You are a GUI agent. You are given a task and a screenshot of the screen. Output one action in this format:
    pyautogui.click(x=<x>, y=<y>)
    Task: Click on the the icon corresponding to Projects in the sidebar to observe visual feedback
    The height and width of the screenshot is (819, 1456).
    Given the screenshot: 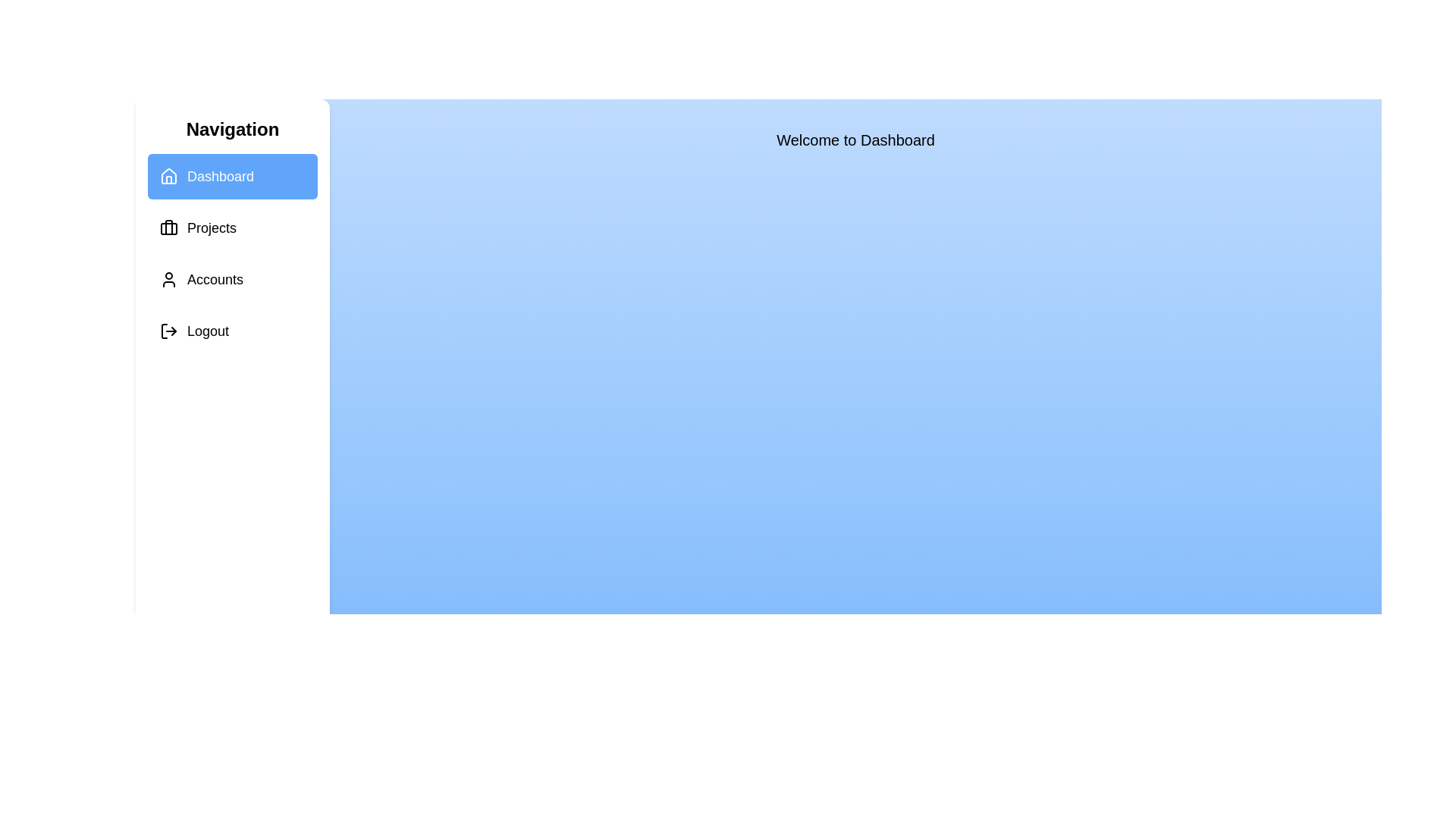 What is the action you would take?
    pyautogui.click(x=168, y=227)
    